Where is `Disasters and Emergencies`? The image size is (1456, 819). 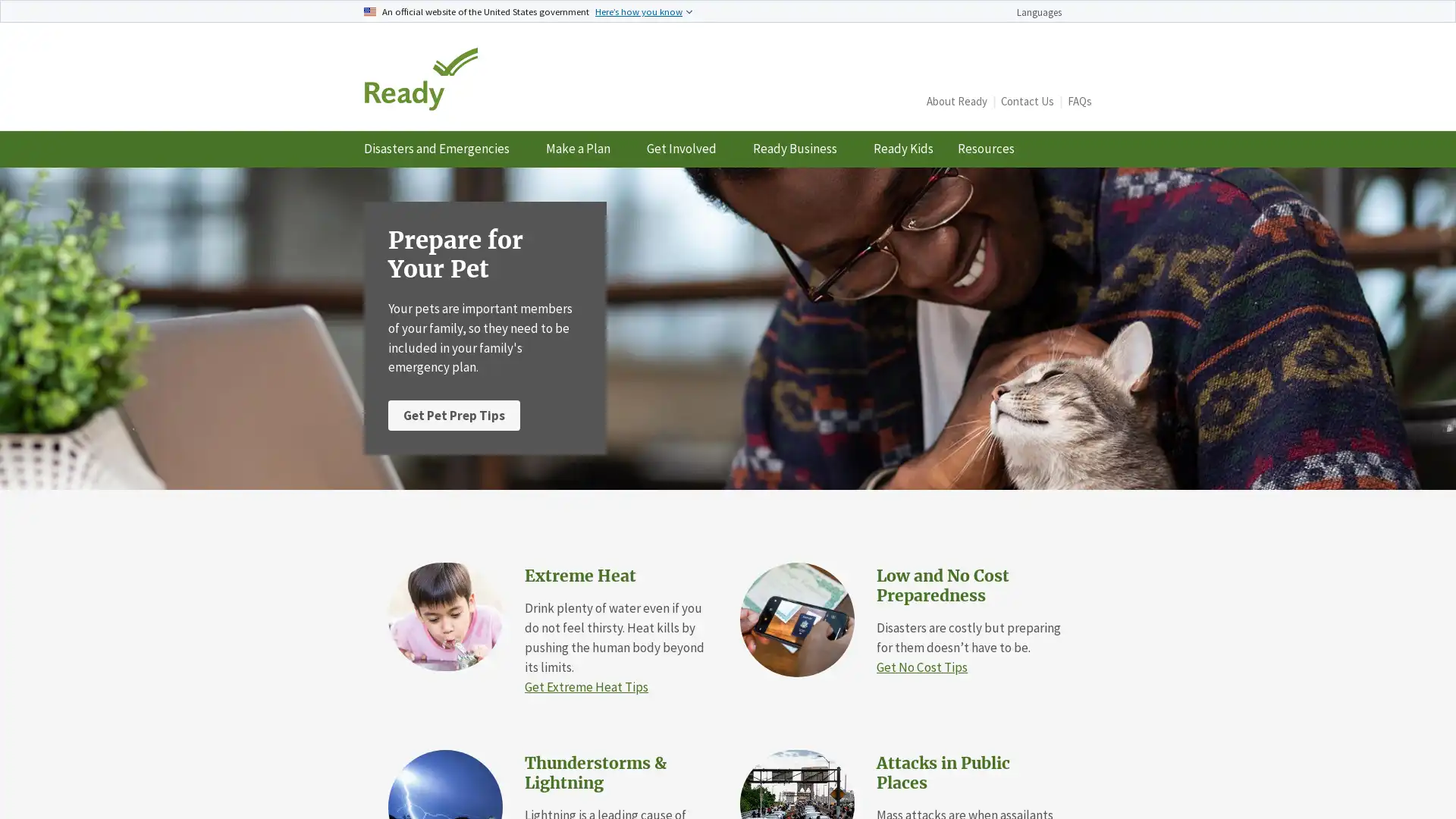 Disasters and Emergencies is located at coordinates (442, 149).